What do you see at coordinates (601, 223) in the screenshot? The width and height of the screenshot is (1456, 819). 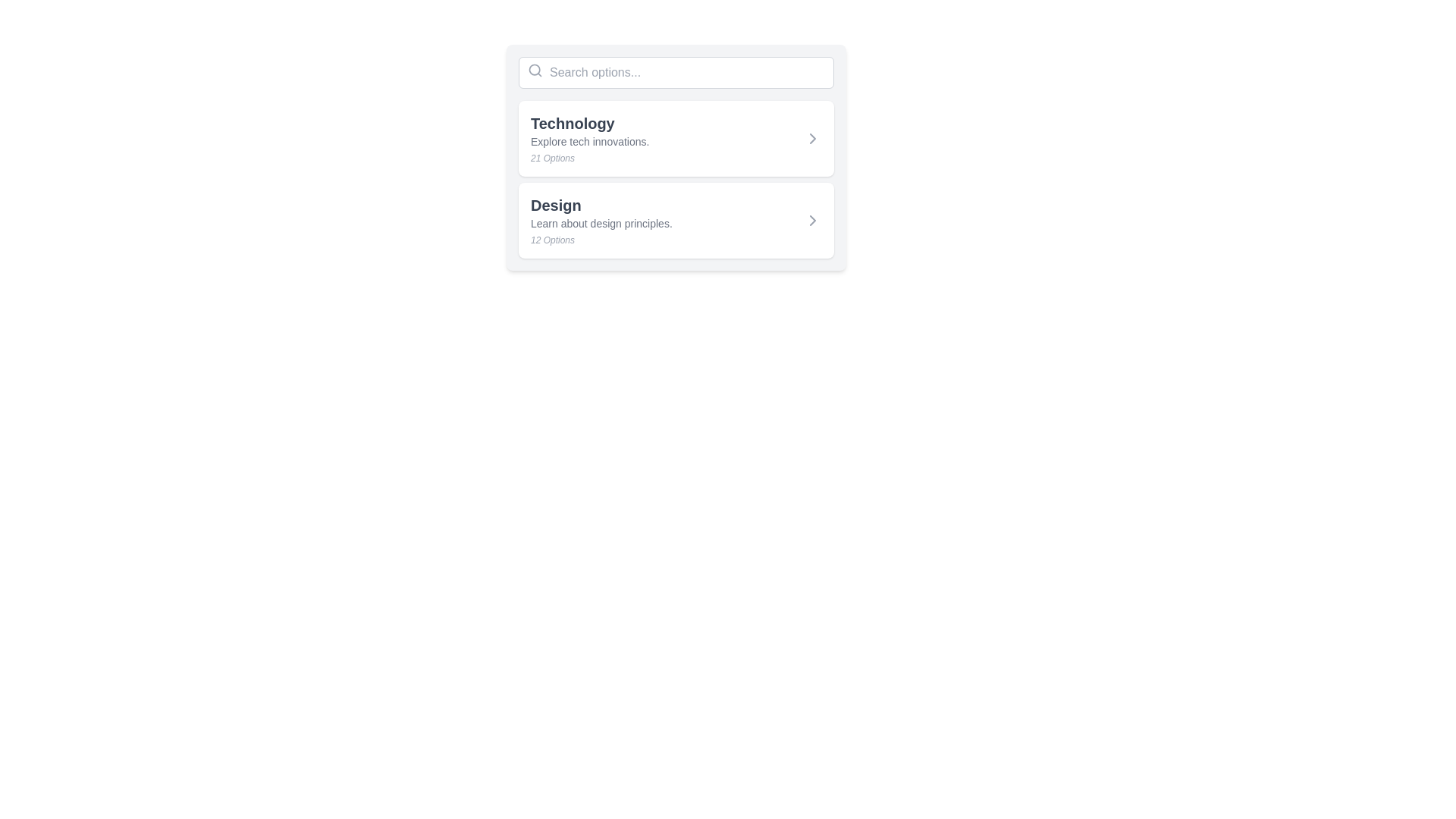 I see `the static text displaying 'Learn about design principles.' which is located below the title 'Design' and above '12 Options.'` at bounding box center [601, 223].